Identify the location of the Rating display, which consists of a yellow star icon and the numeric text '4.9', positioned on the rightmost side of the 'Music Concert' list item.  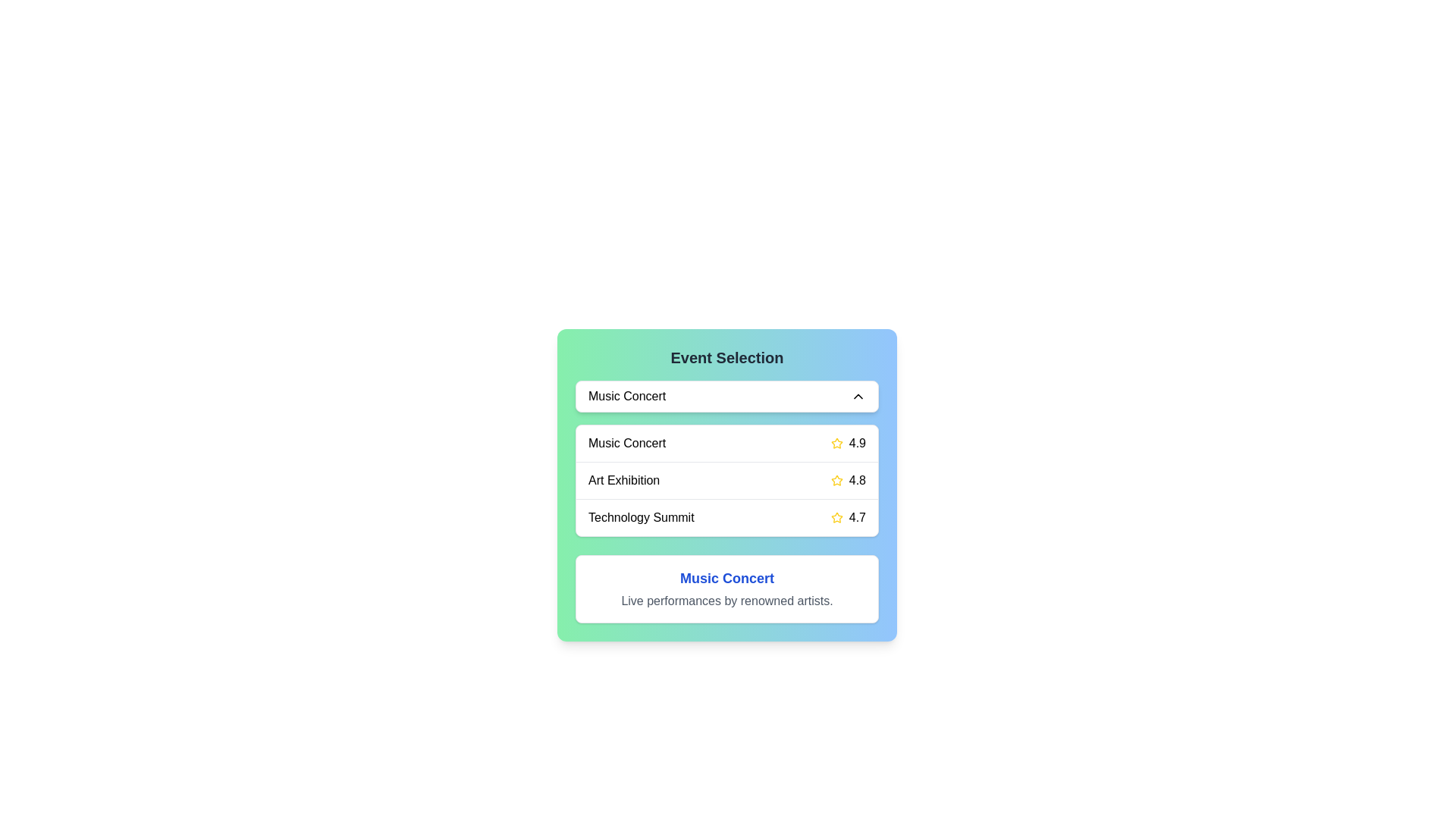
(847, 444).